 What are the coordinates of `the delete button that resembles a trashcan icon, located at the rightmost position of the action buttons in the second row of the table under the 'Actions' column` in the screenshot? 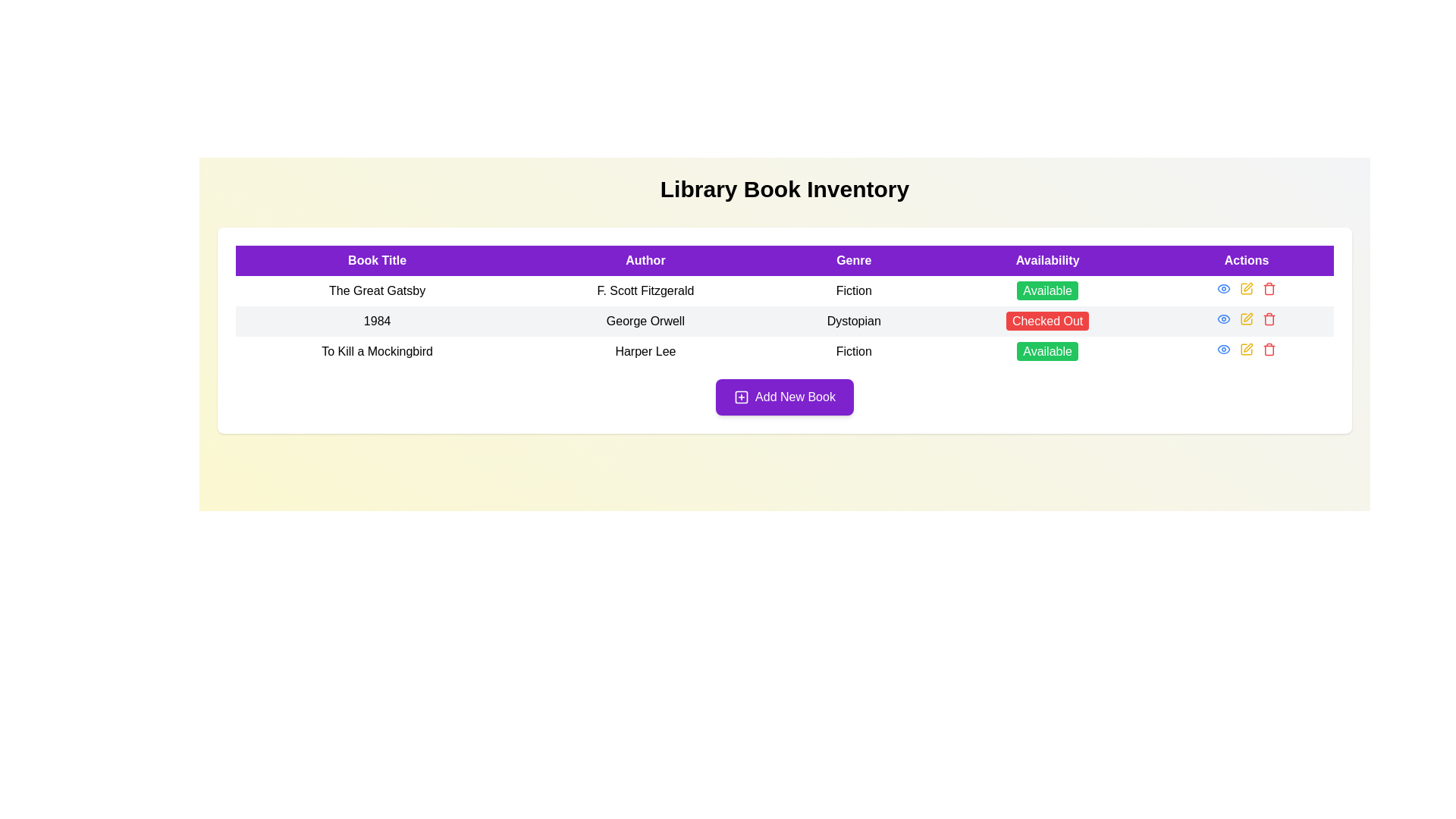 It's located at (1269, 318).